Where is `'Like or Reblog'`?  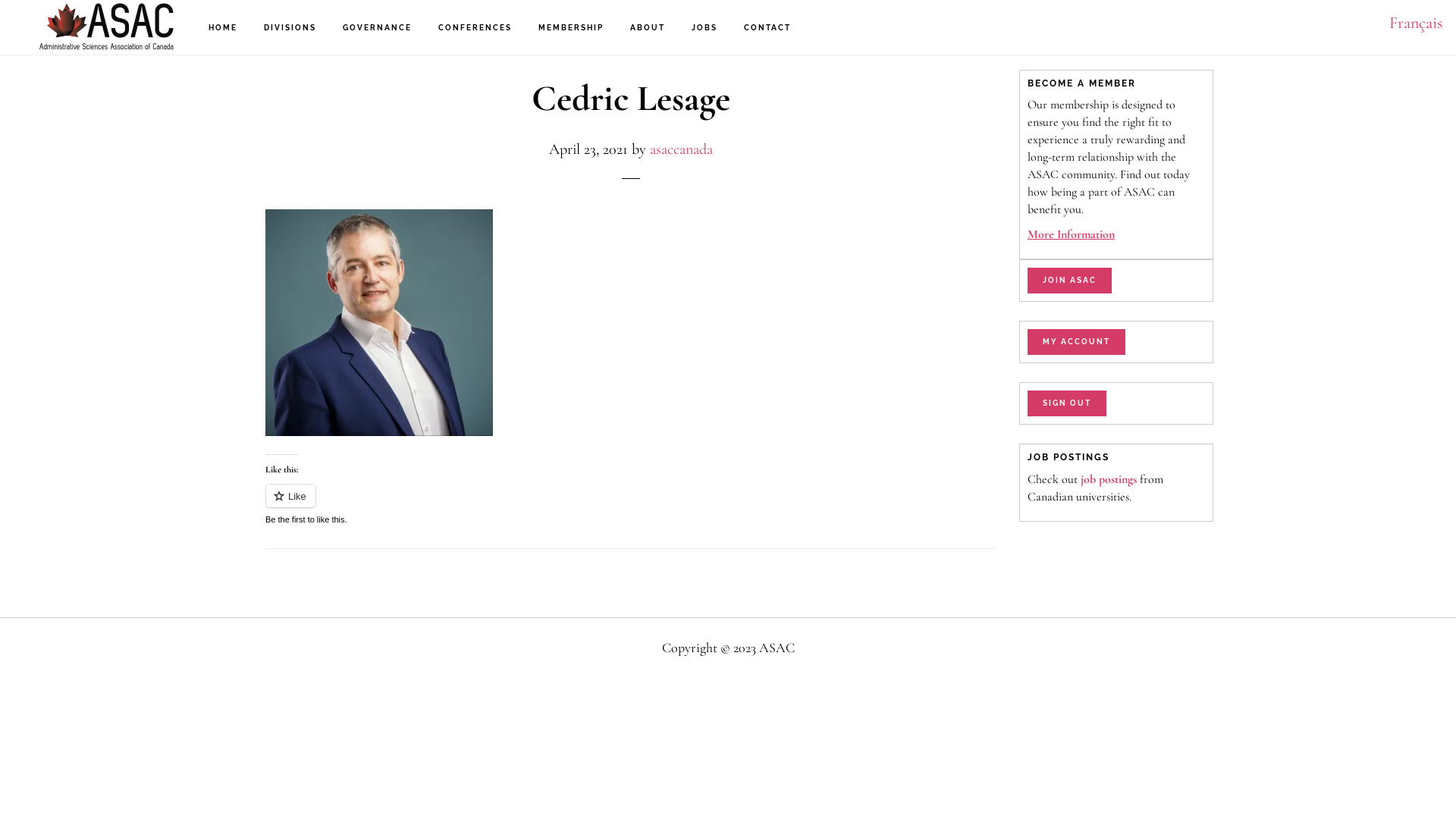
'Like or Reblog' is located at coordinates (630, 504).